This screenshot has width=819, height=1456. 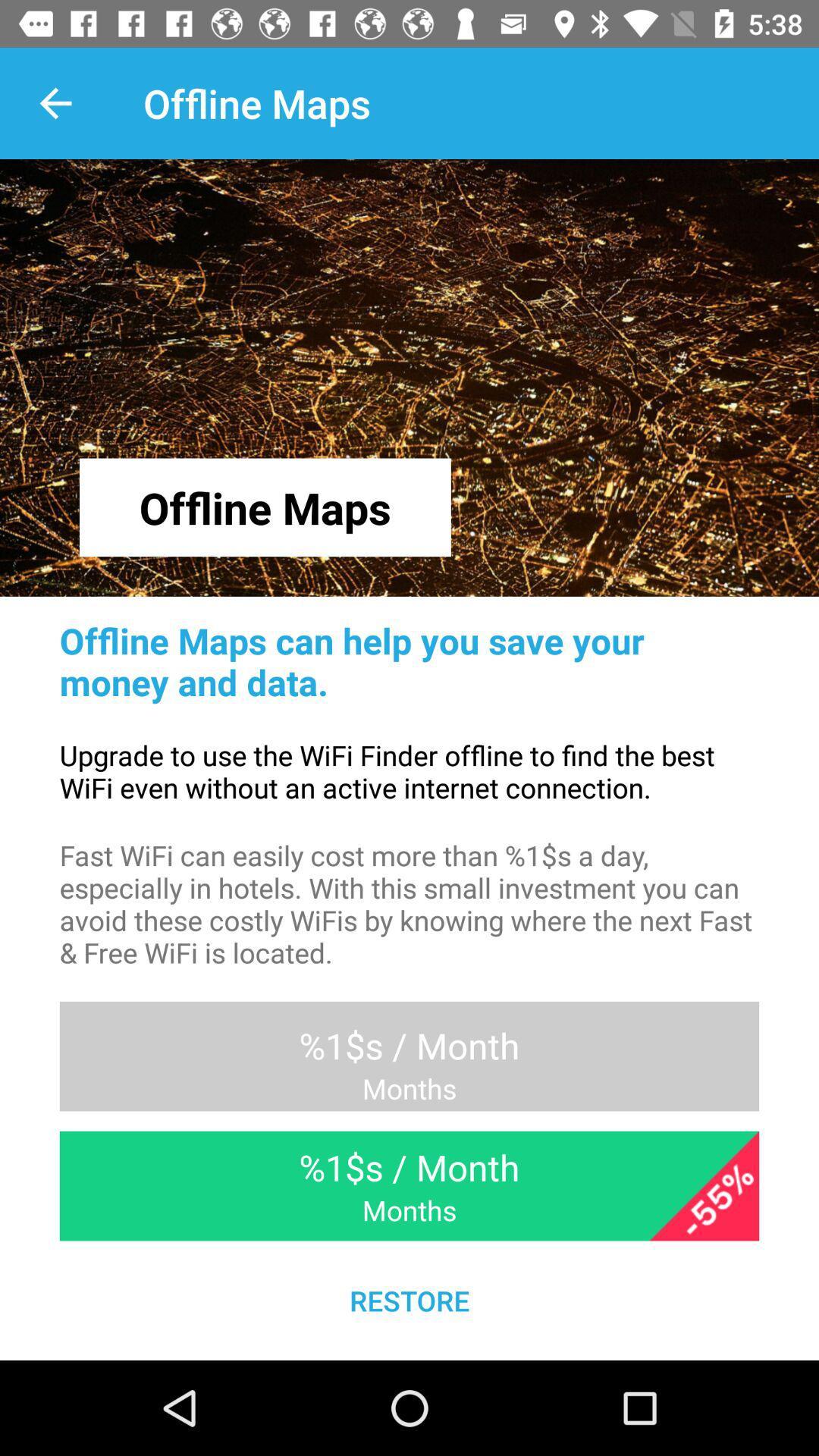 I want to click on item next to the offline maps, so click(x=55, y=102).